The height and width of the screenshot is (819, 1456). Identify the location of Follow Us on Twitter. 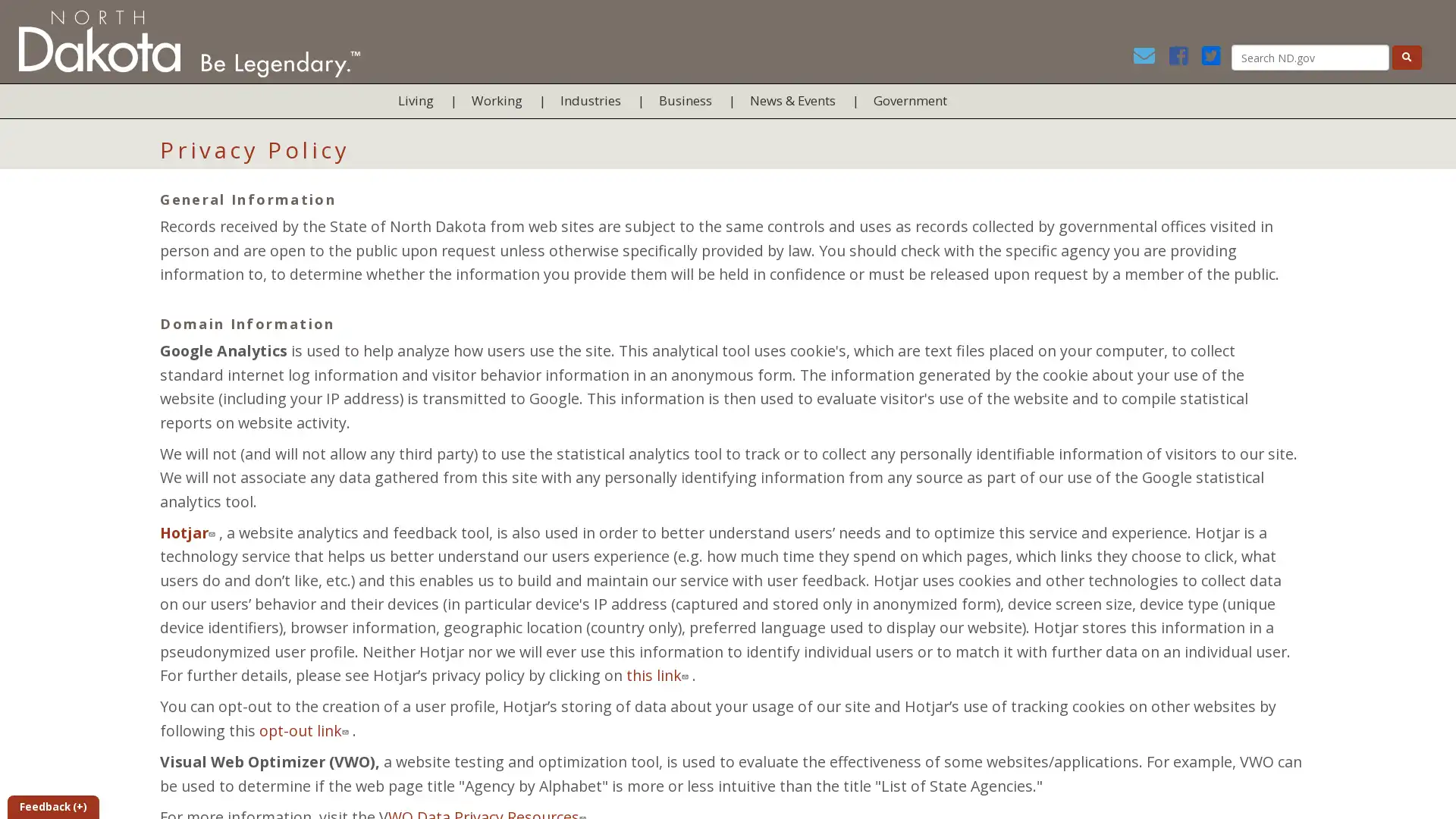
(1214, 58).